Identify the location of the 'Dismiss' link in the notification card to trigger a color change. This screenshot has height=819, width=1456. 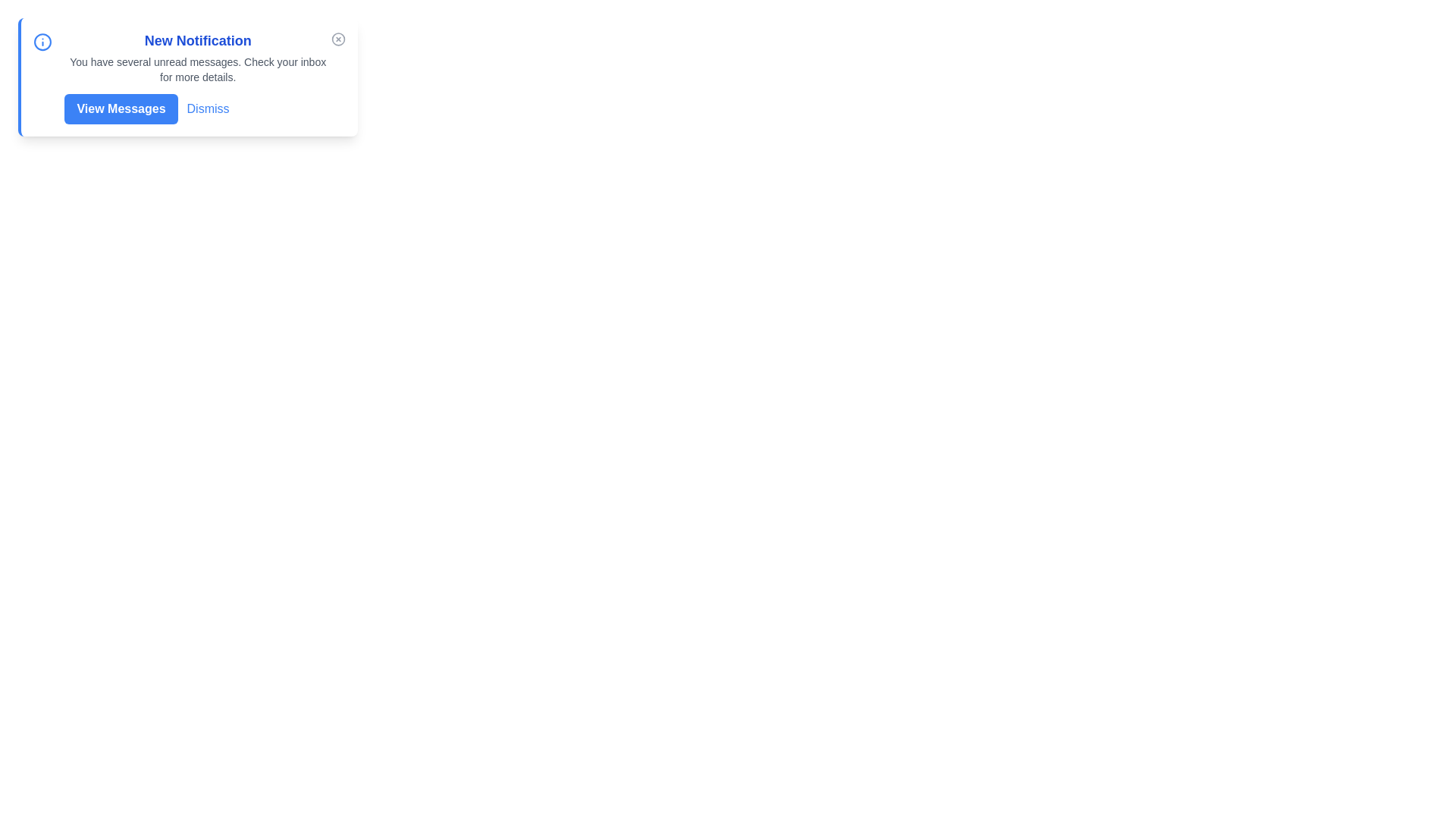
(197, 108).